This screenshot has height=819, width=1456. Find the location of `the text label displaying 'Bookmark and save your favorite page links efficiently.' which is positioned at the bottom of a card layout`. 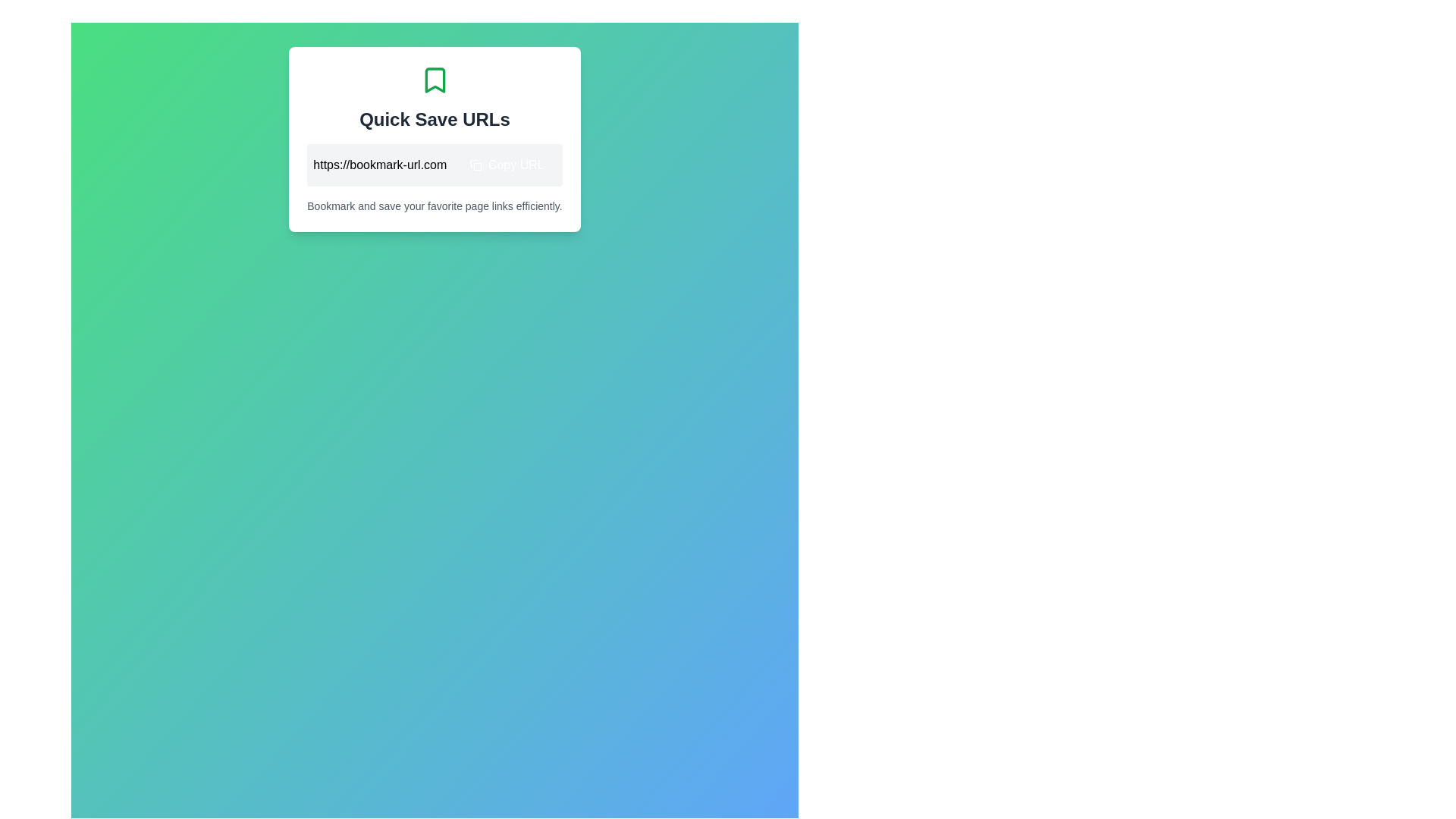

the text label displaying 'Bookmark and save your favorite page links efficiently.' which is positioned at the bottom of a card layout is located at coordinates (434, 206).